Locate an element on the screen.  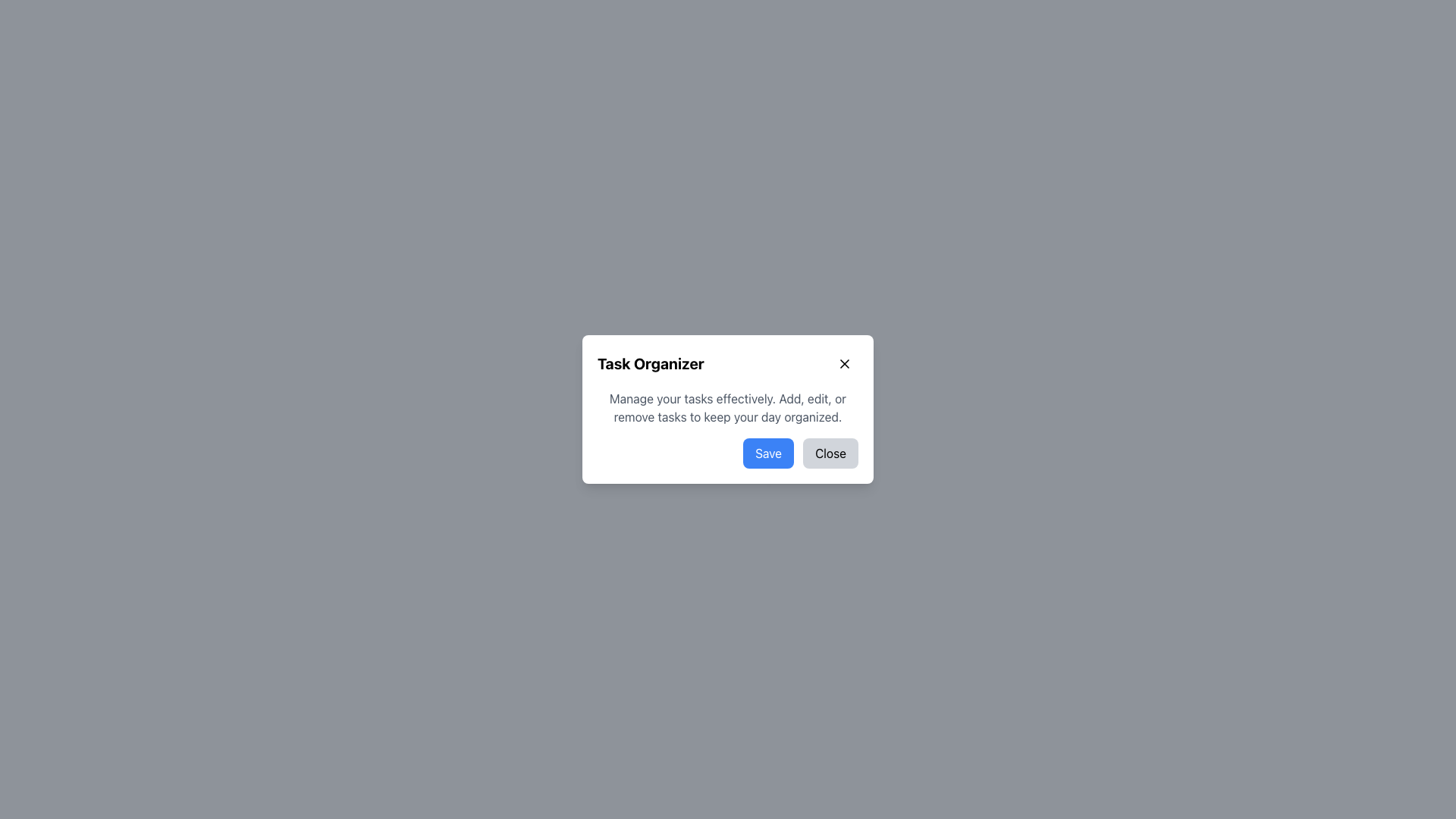
the close button located at the top-right corner of the 'Task Organizer' modal is located at coordinates (843, 363).